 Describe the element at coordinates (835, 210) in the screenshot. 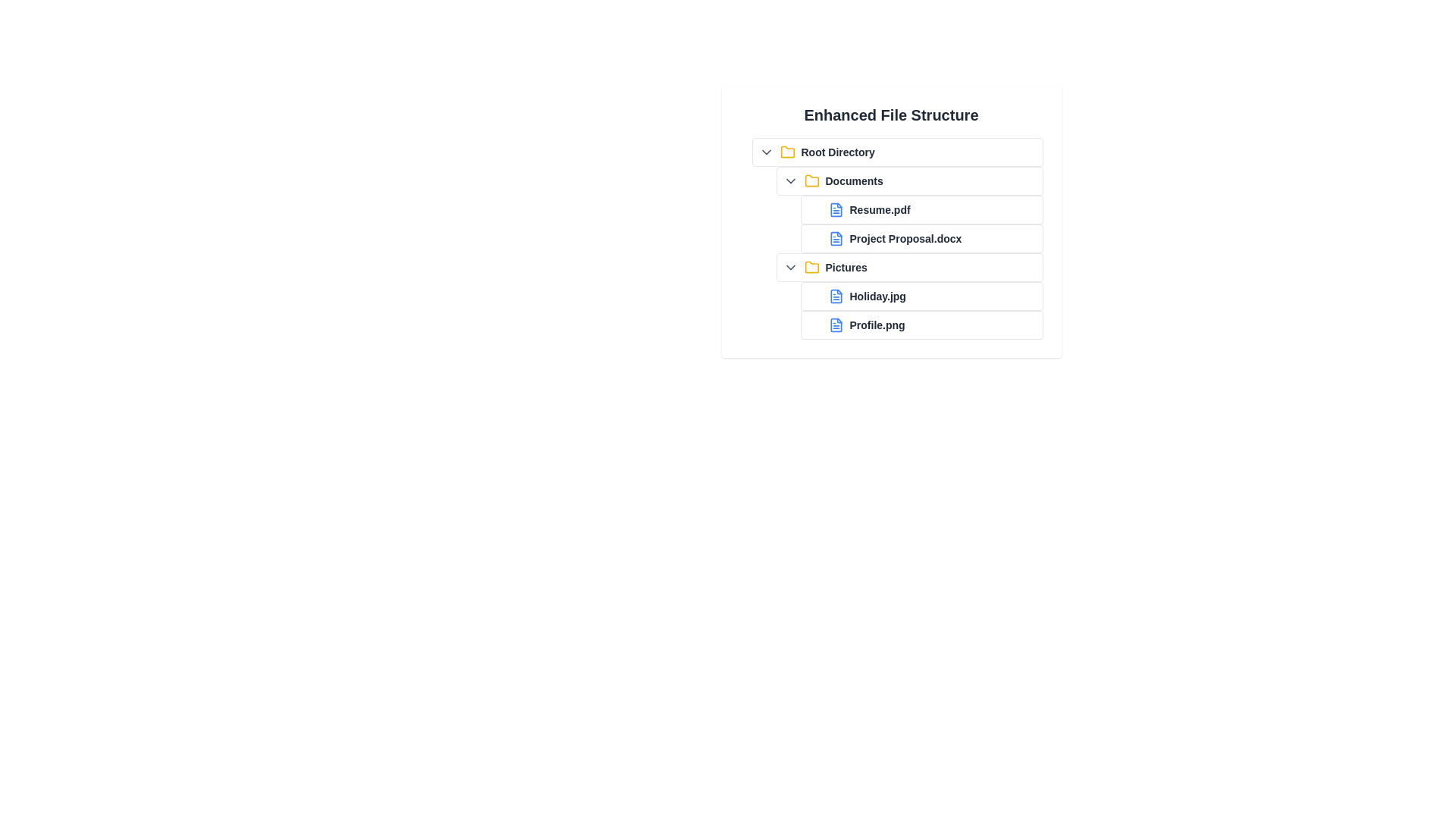

I see `the visual representation of the 'Resume.pdf' icon located in the 'Documents' section, positioned left of the text 'Resume.pdf'` at that location.